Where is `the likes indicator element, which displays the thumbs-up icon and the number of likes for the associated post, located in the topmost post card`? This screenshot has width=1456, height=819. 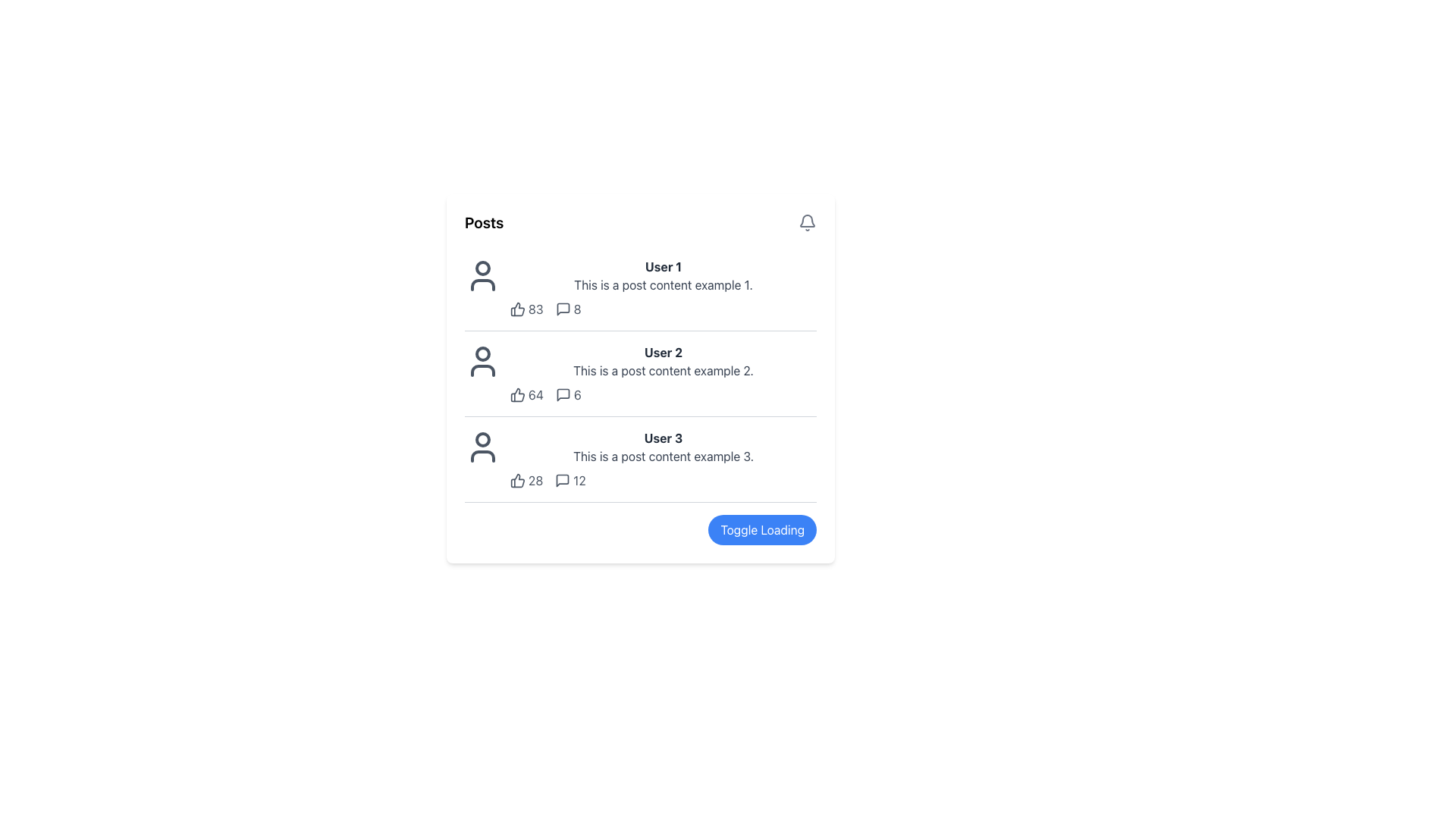
the likes indicator element, which displays the thumbs-up icon and the number of likes for the associated post, located in the topmost post card is located at coordinates (526, 309).